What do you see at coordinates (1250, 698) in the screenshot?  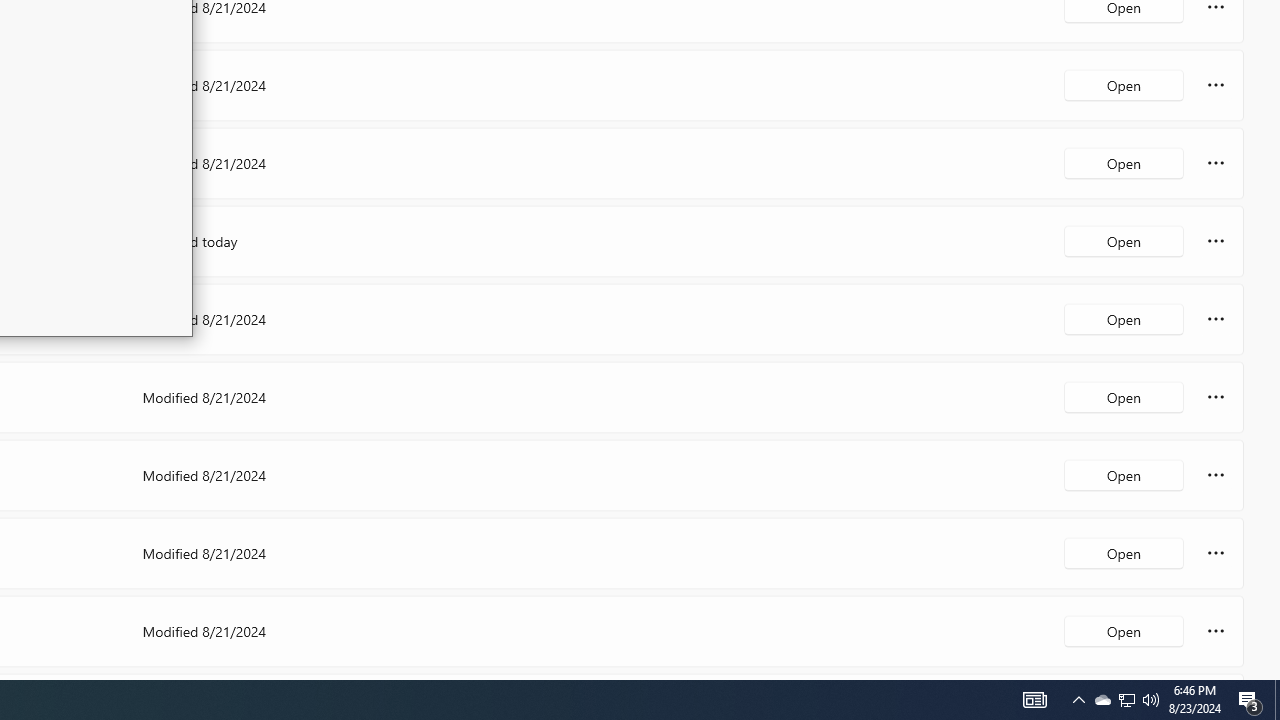 I see `'Show desktop'` at bounding box center [1250, 698].